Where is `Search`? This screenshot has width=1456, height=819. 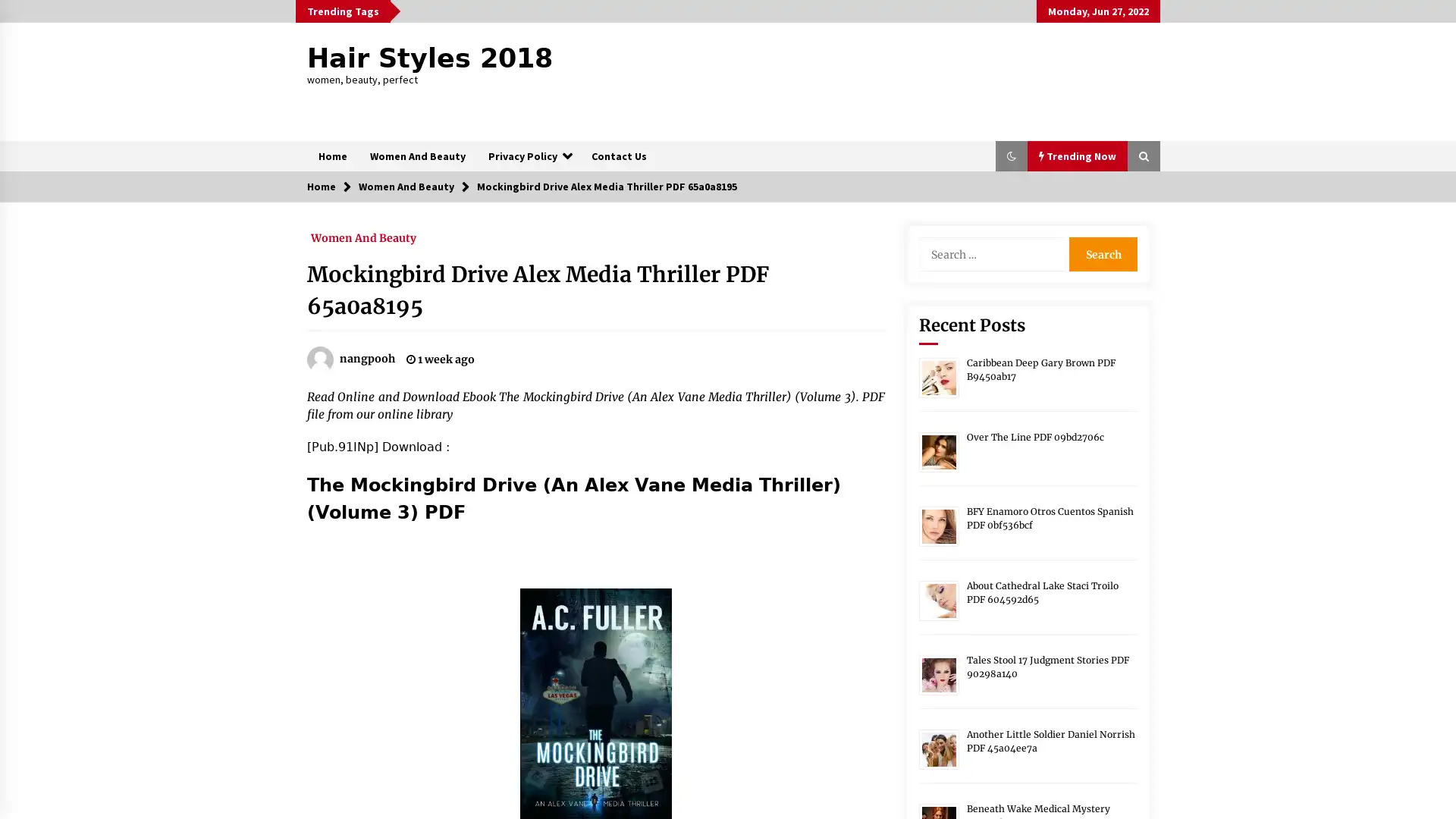
Search is located at coordinates (1103, 253).